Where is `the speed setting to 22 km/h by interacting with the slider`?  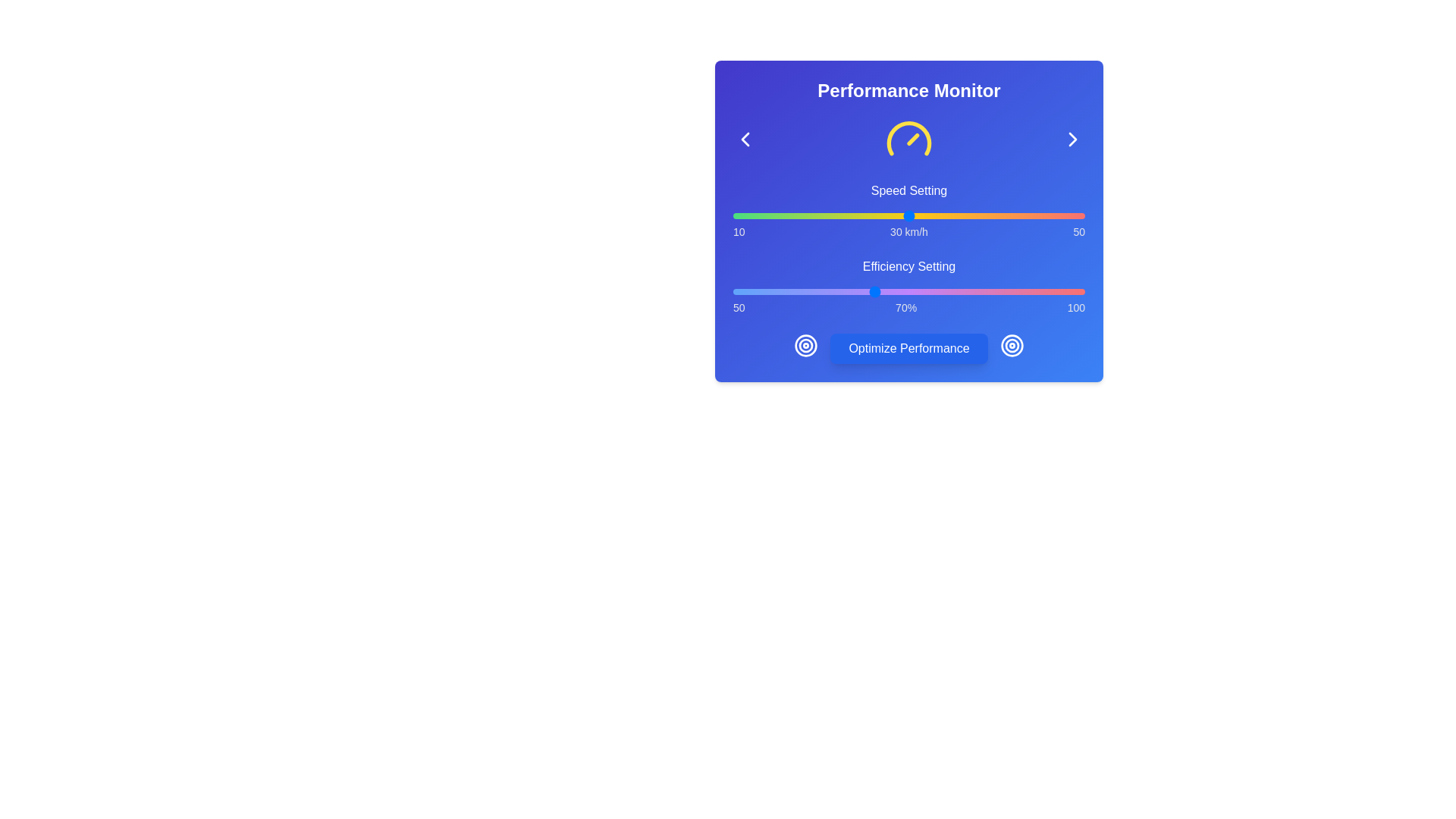
the speed setting to 22 km/h by interacting with the slider is located at coordinates (838, 216).